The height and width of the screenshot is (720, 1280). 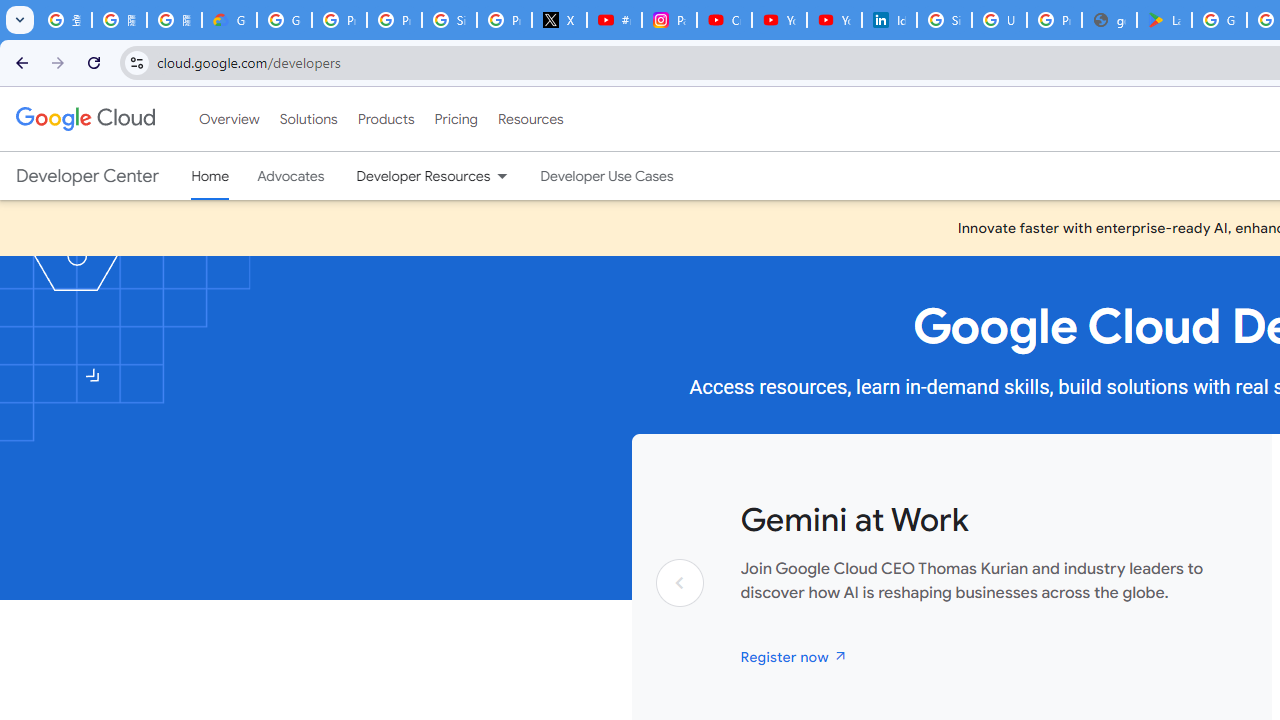 I want to click on 'Last Shelter: Survival - Apps on Google Play', so click(x=1164, y=20).